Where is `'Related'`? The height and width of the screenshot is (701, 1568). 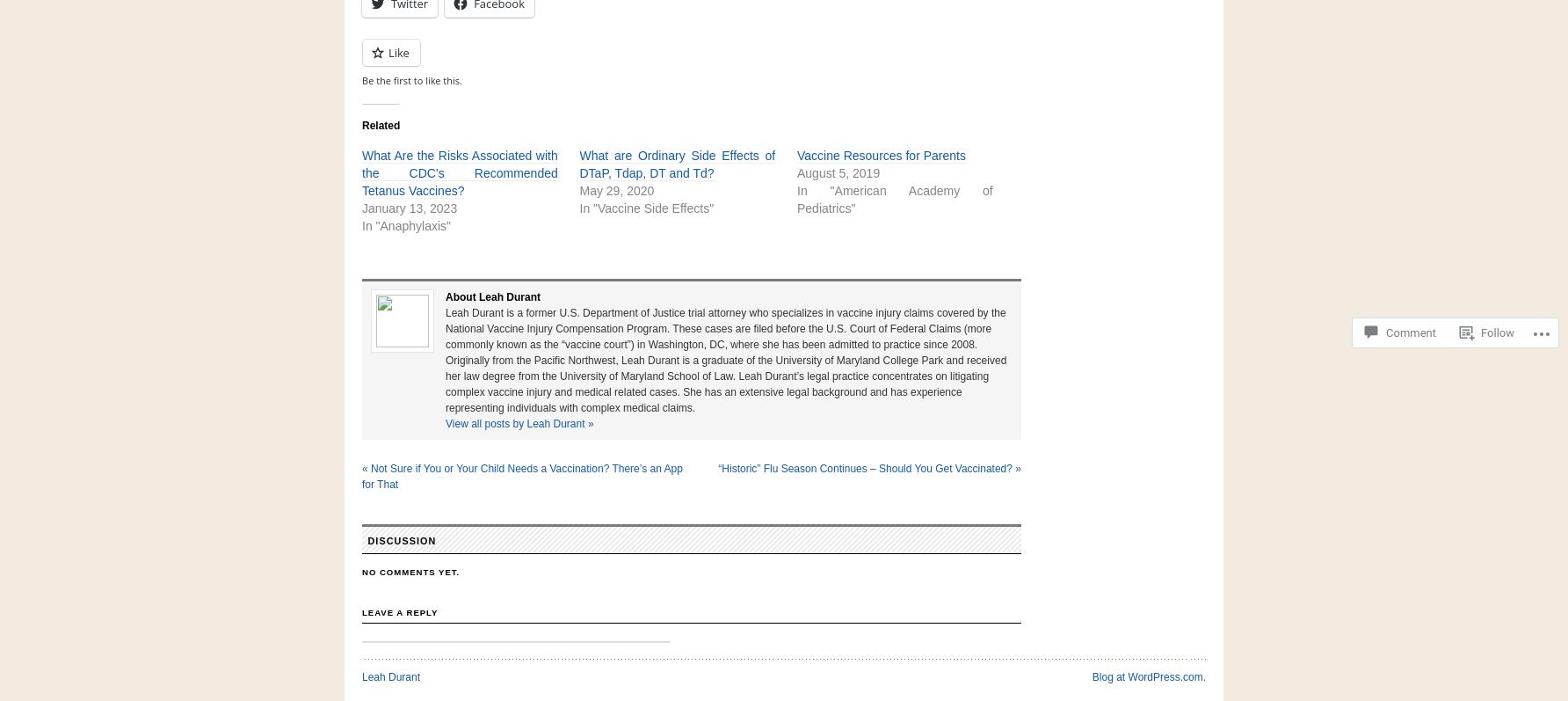 'Related' is located at coordinates (380, 124).